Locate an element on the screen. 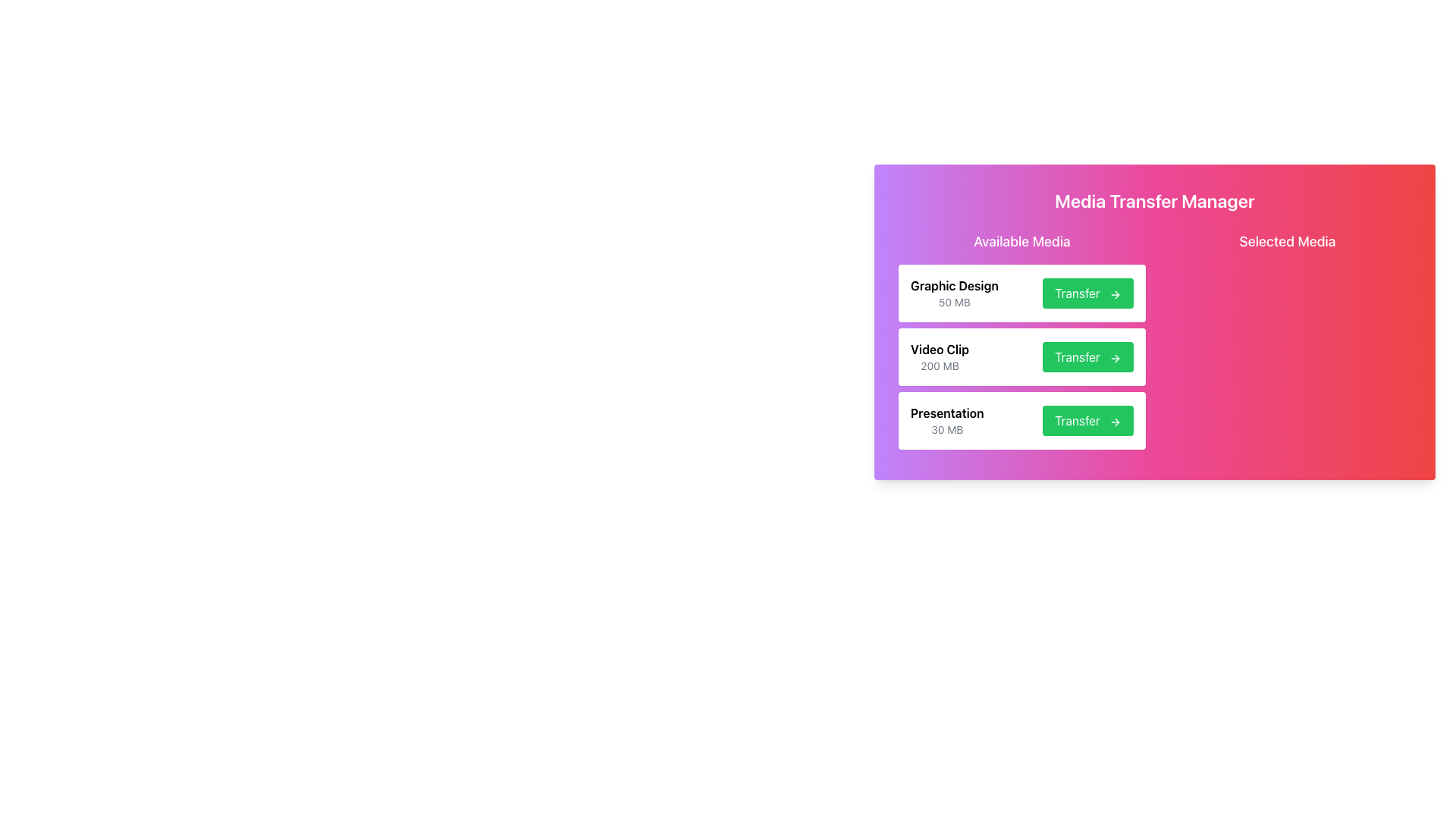 The image size is (1456, 819). the label displaying '50 MB', which is styled in light gray and located below the 'Graphic Design' text in the card interface is located at coordinates (953, 302).